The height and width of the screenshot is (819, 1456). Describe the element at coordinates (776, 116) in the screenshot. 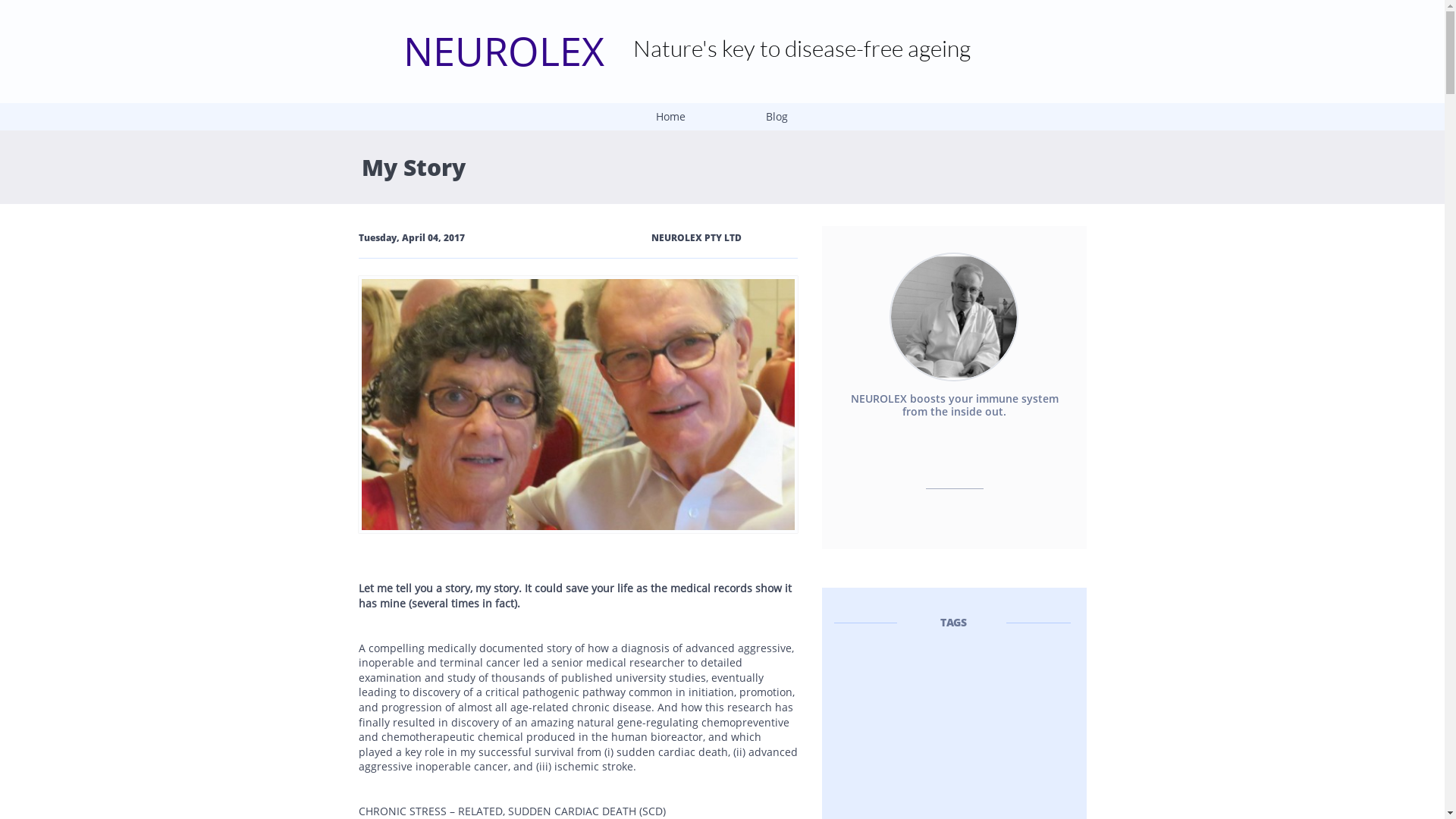

I see `'Blog'` at that location.